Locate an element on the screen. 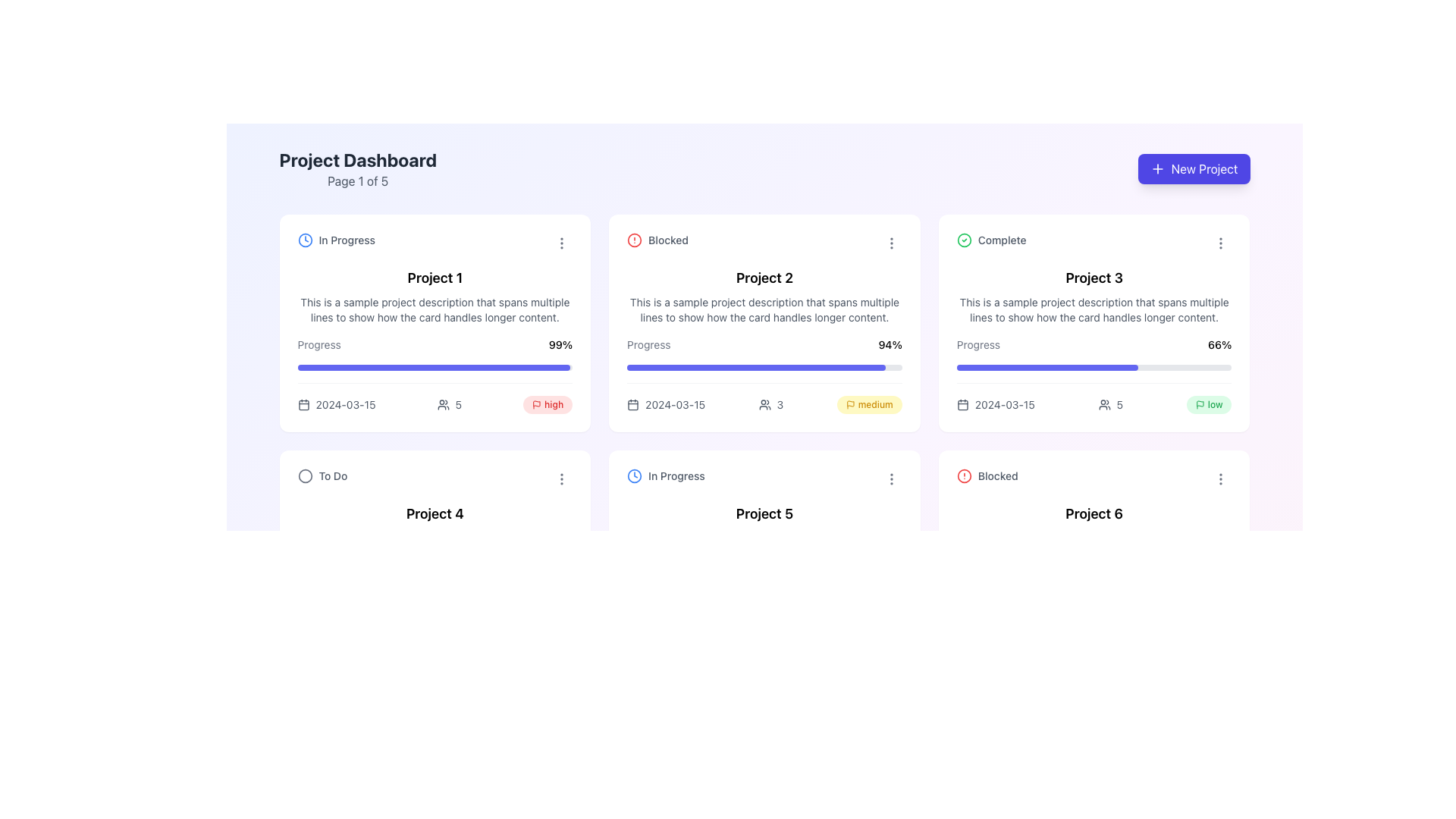 The image size is (1456, 819). text display element showing '94%' that is adjacent to the word 'Progress' in the 'Project 2' card on the dashboard is located at coordinates (890, 345).